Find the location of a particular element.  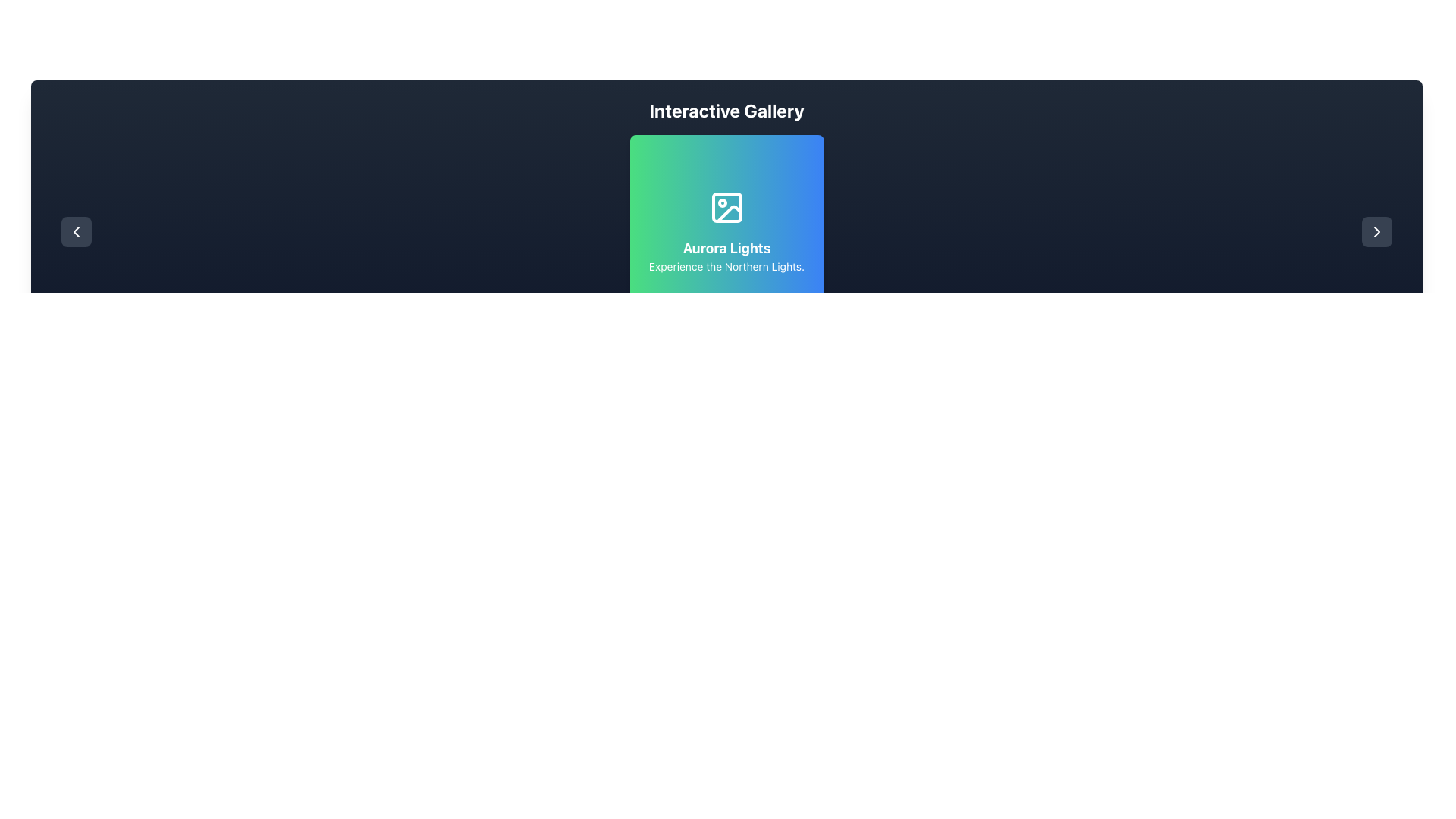

the highlighted middle circular item of the Carousel indicator to emphasize its current state in the gallery navigation is located at coordinates (726, 347).